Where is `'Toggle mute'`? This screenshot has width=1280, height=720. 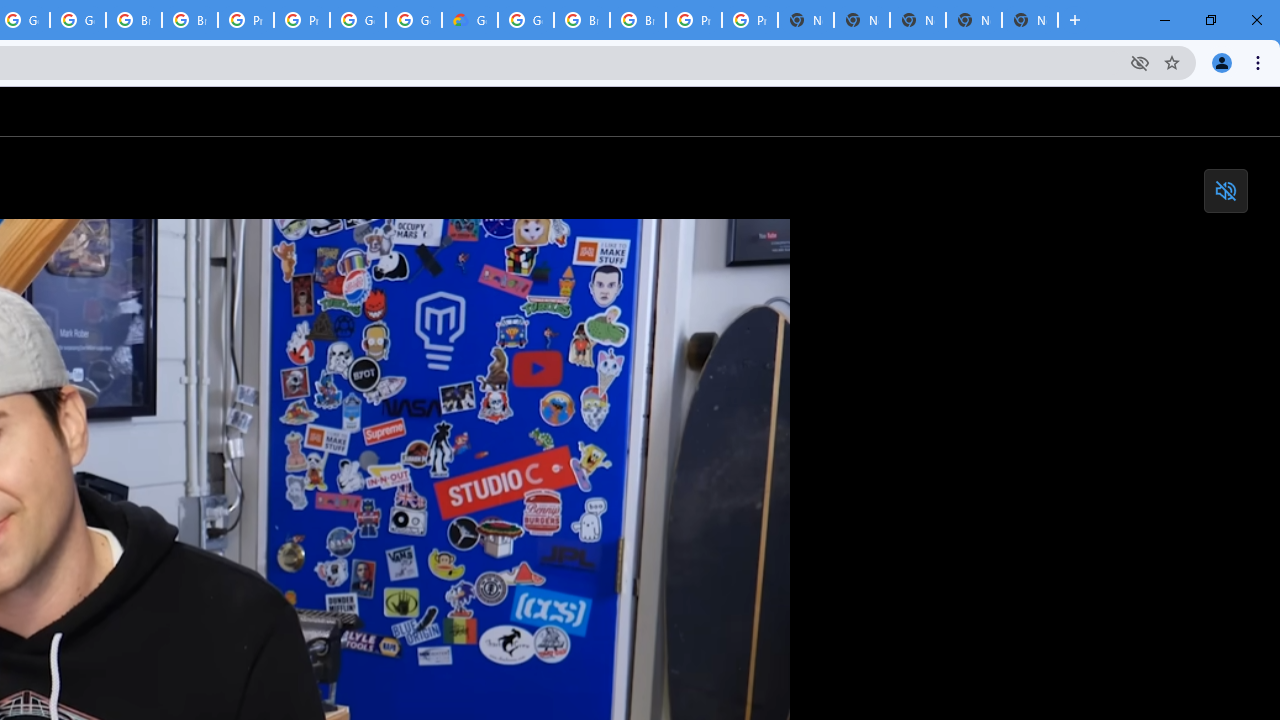
'Toggle mute' is located at coordinates (1225, 191).